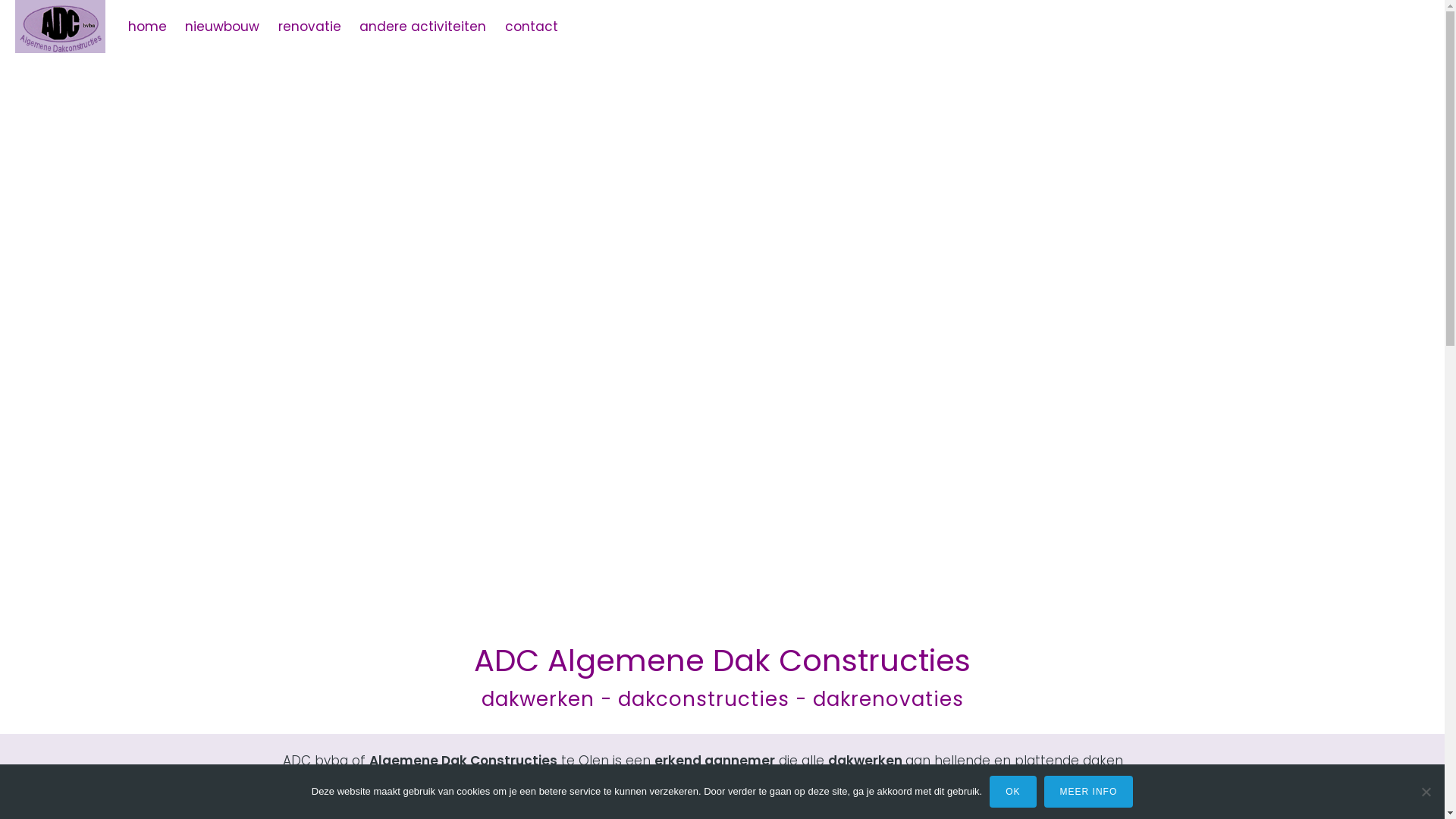  Describe the element at coordinates (531, 26) in the screenshot. I see `'contact'` at that location.